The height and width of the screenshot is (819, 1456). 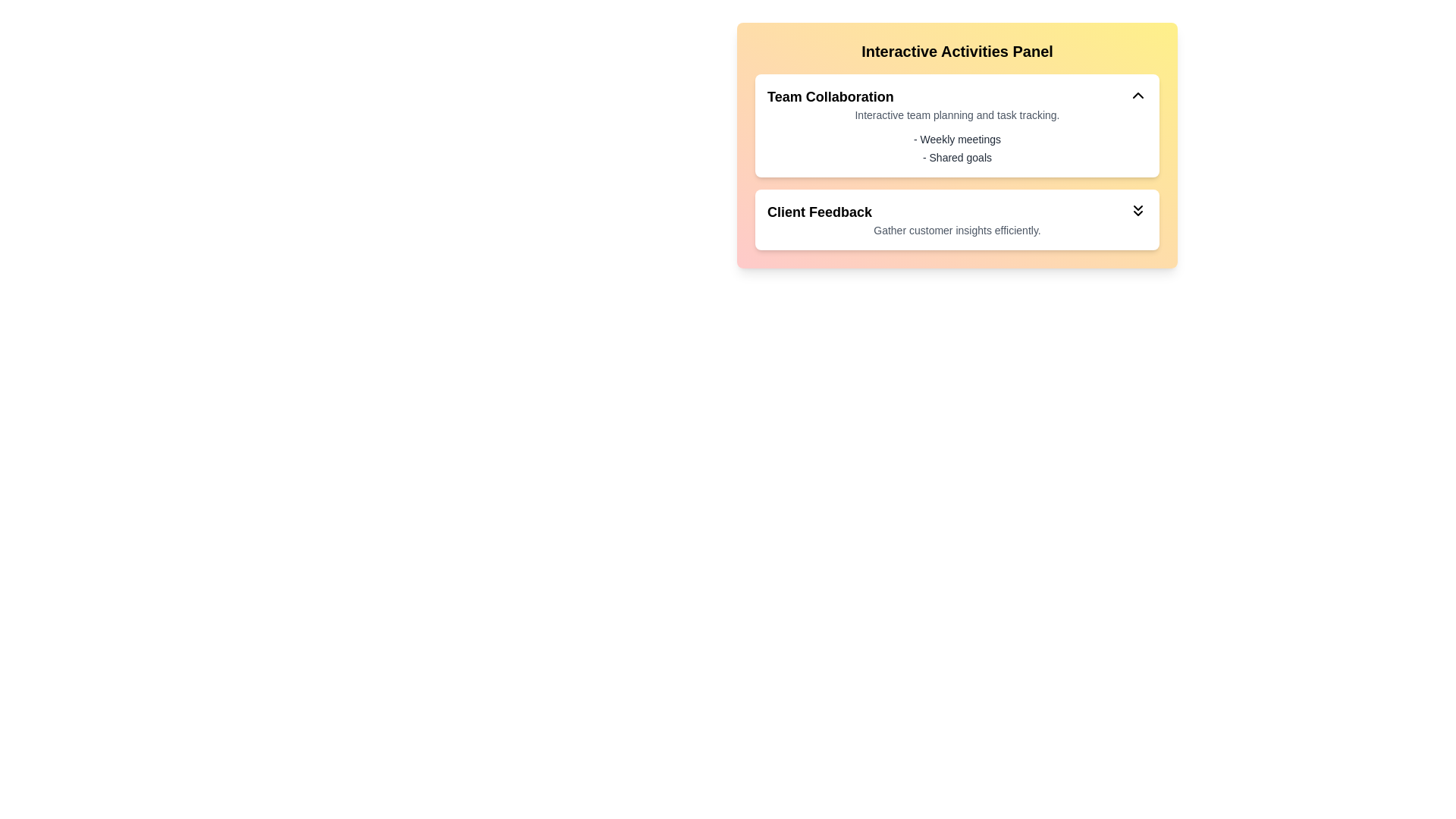 What do you see at coordinates (830, 96) in the screenshot?
I see `the text of the section titled Team Collaboration` at bounding box center [830, 96].